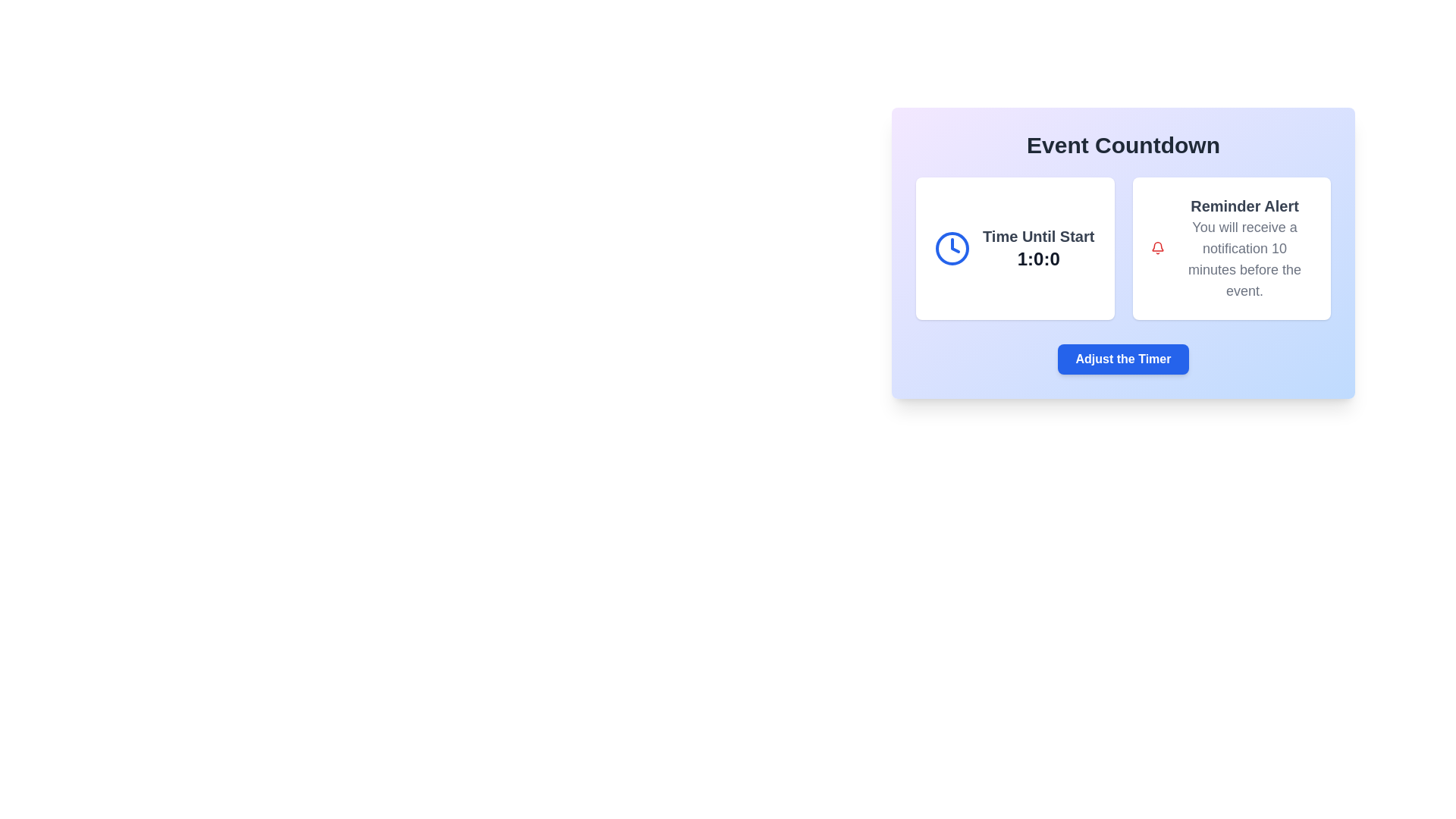 The height and width of the screenshot is (819, 1456). Describe the element at coordinates (952, 247) in the screenshot. I see `the circular clock icon with a blue outline located within the left card labeled 'Time Until Start' in the countdown component` at that location.